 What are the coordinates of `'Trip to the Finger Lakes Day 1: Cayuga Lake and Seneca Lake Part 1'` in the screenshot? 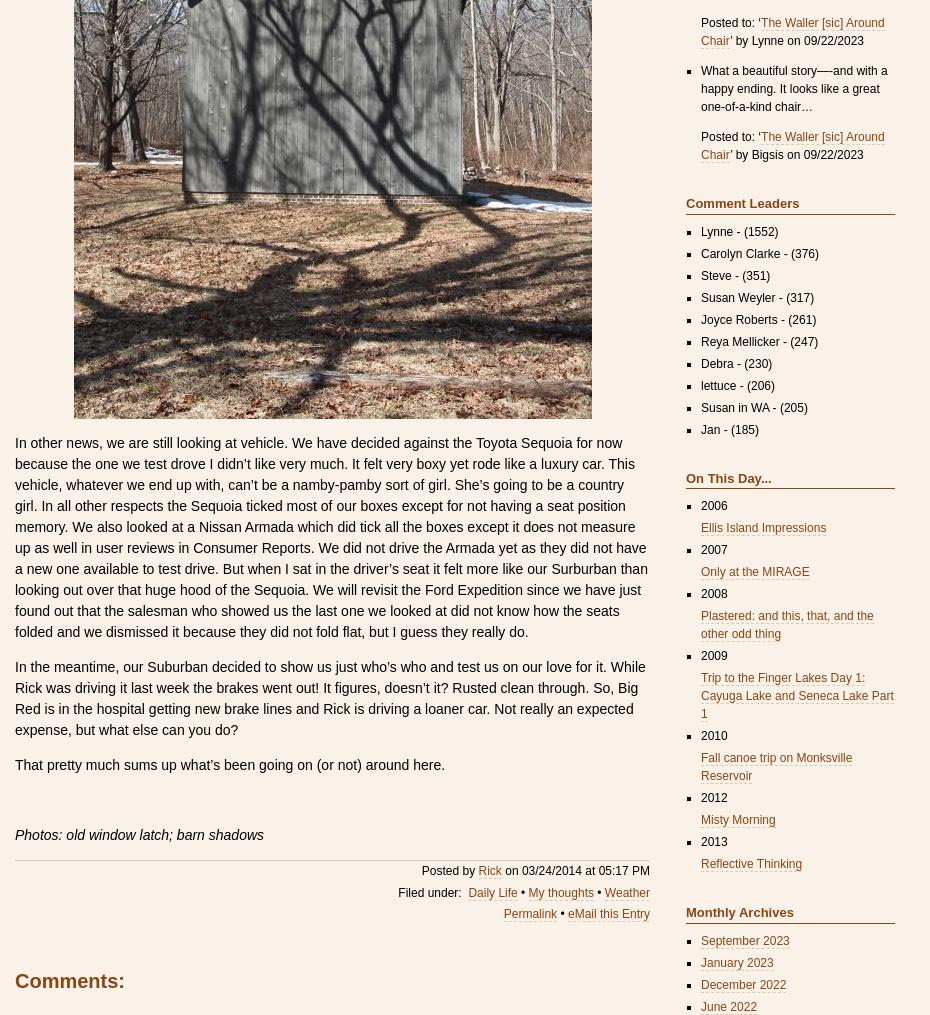 It's located at (796, 695).